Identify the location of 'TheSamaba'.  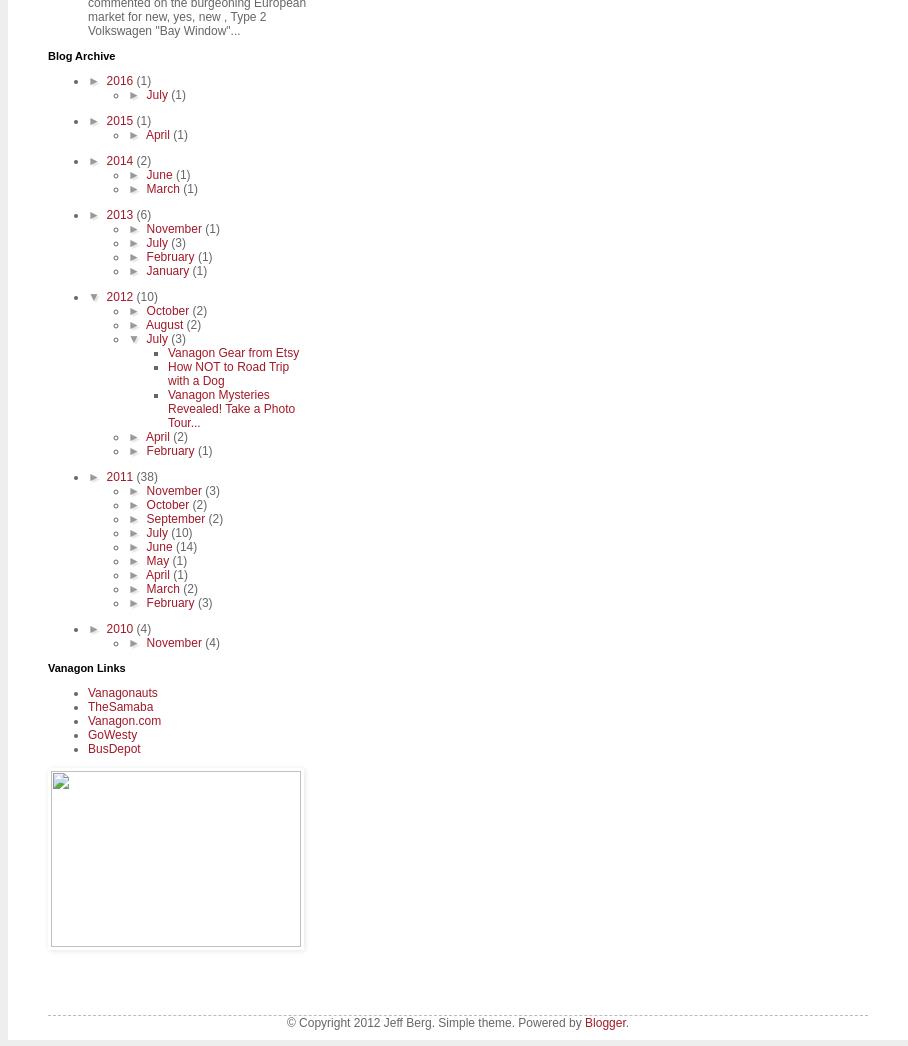
(120, 706).